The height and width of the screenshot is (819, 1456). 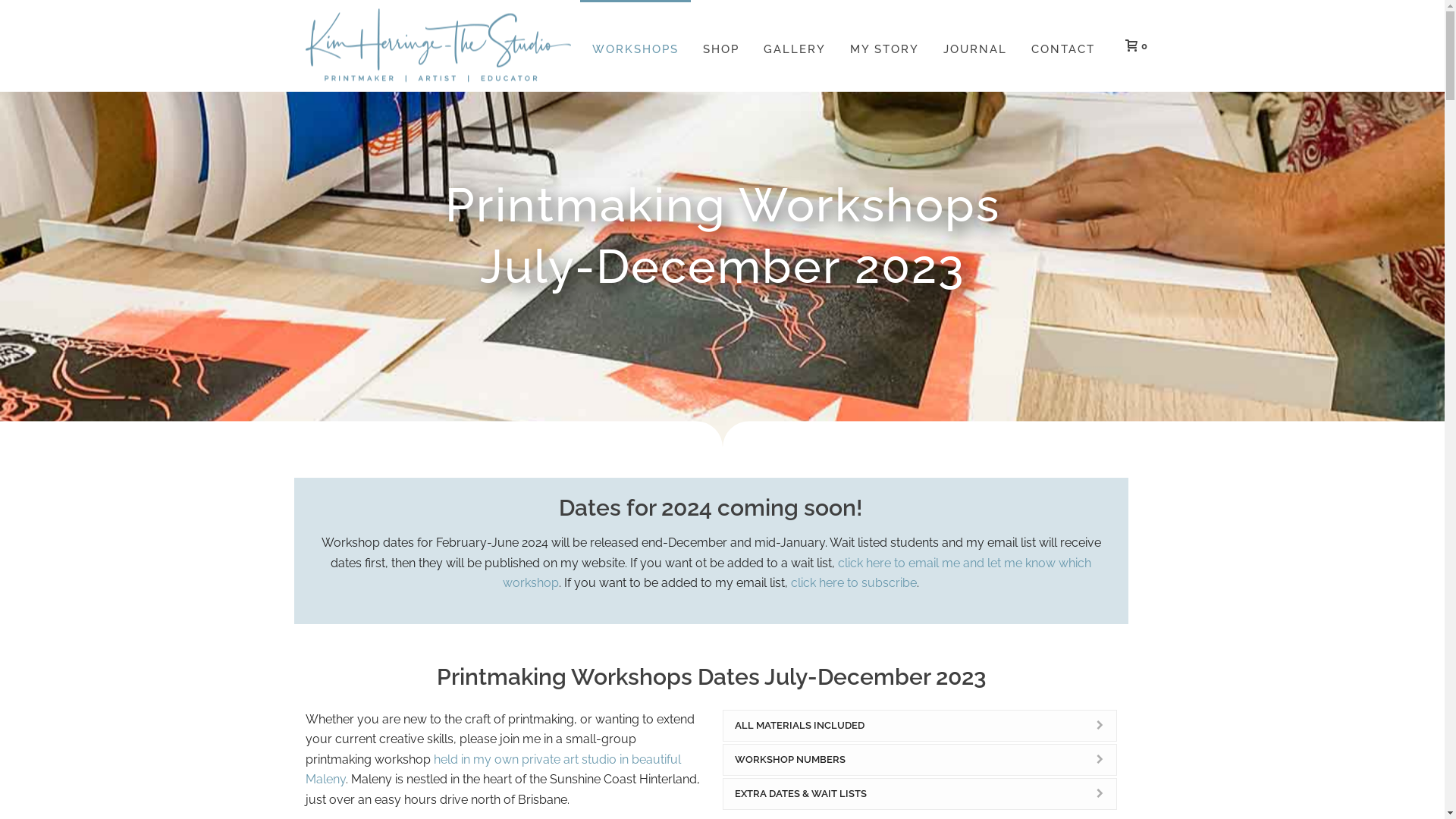 What do you see at coordinates (436, 45) in the screenshot?
I see `'Printmaker, Designer'` at bounding box center [436, 45].